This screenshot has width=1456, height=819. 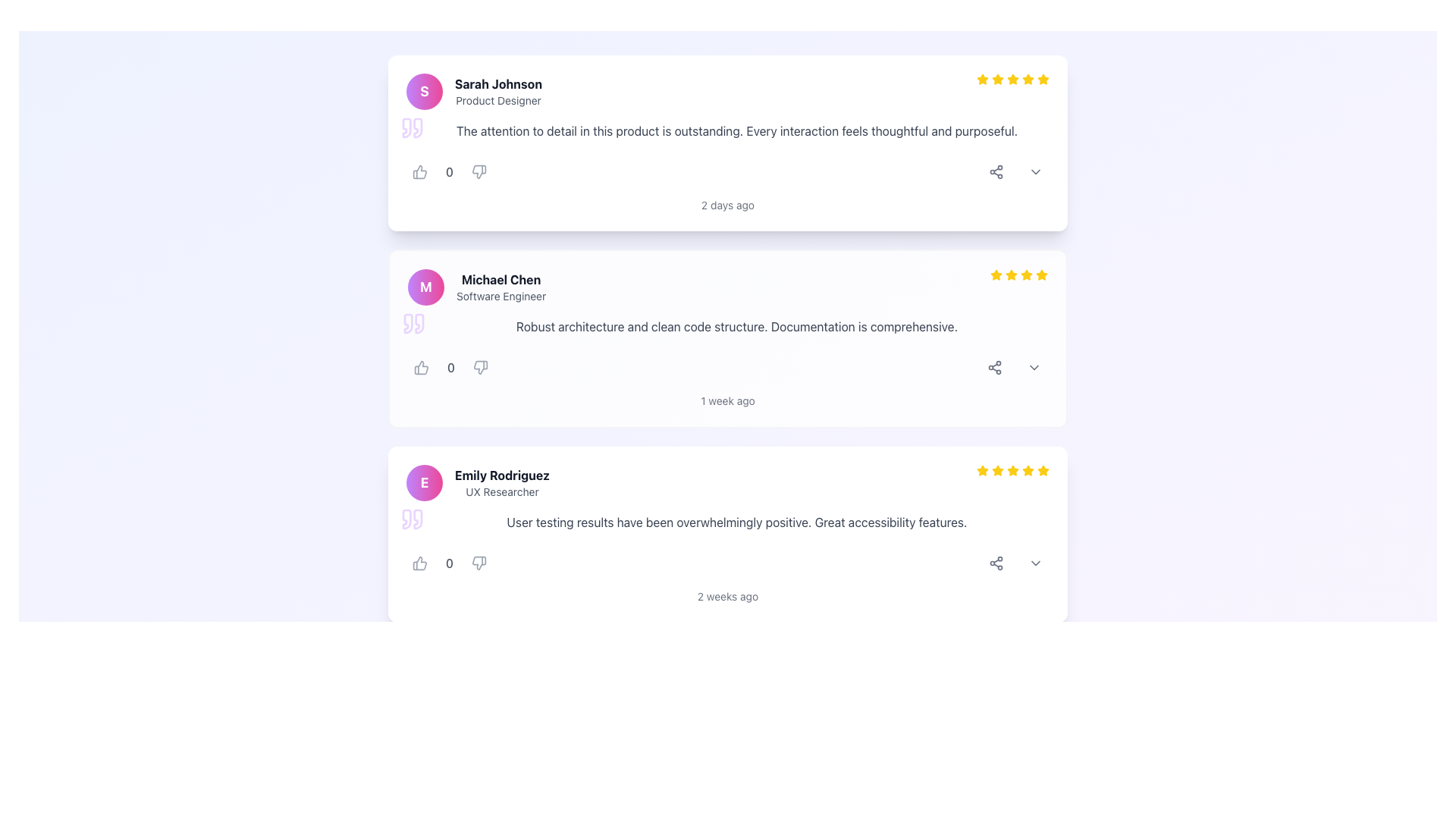 I want to click on the fifth yellow star-shaped rating icon located in the top-right corner of the uppermost review card, so click(x=1043, y=79).